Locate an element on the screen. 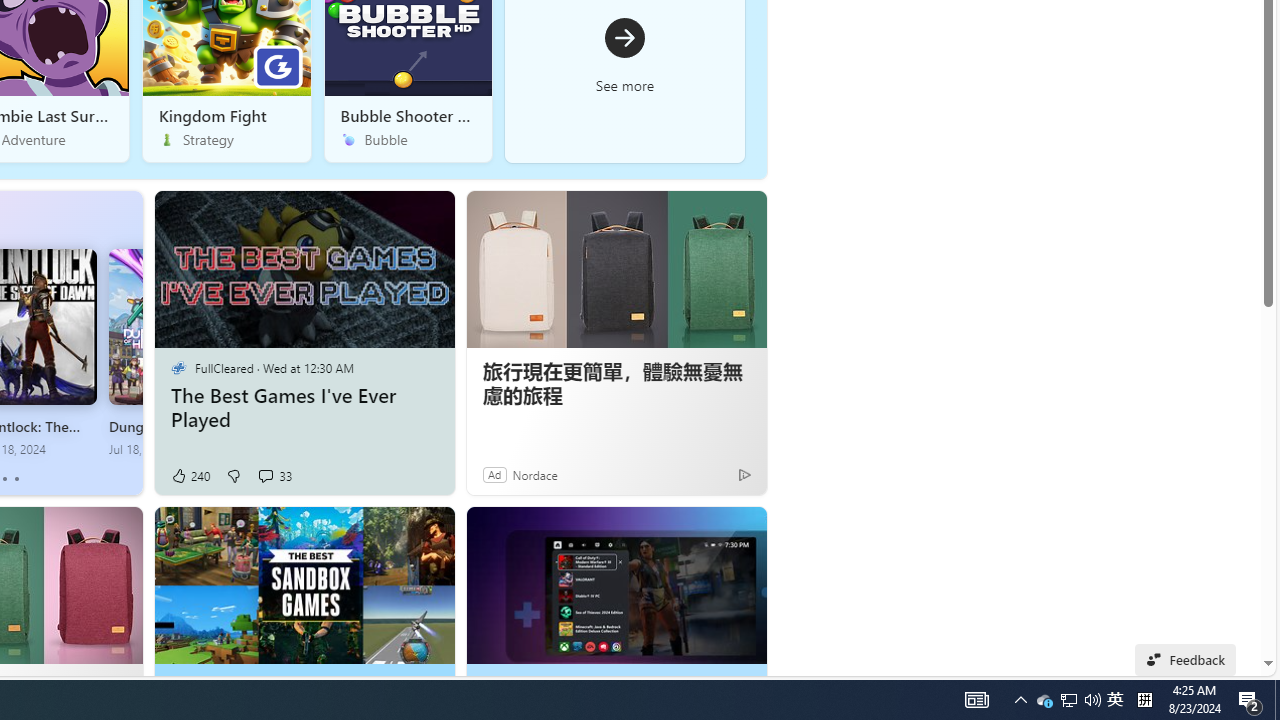 Image resolution: width=1280 pixels, height=720 pixels. '240 Like' is located at coordinates (190, 475).